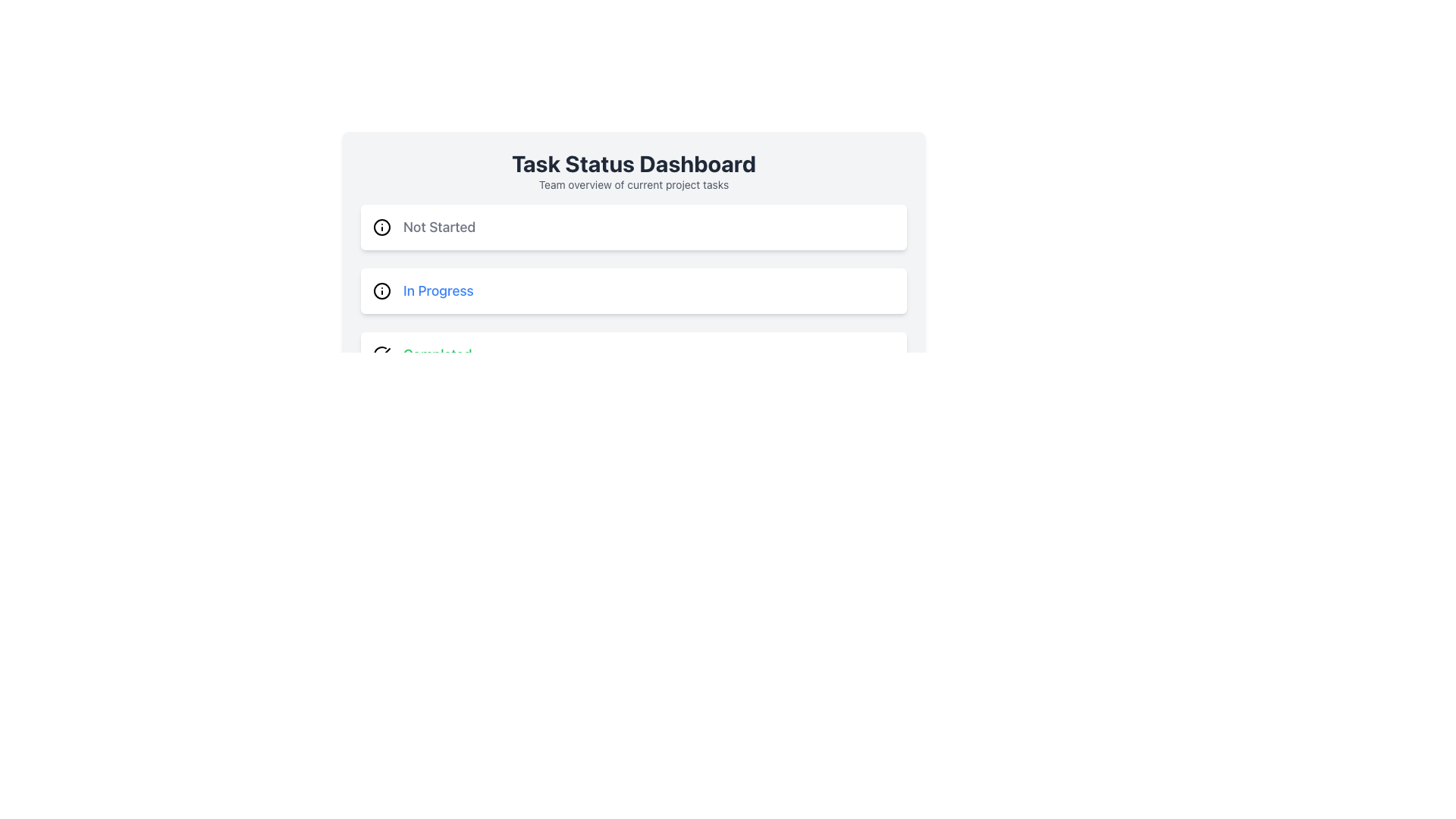  What do you see at coordinates (382, 482) in the screenshot?
I see `the SVG Circle element, which is part of a visual indicator or control located in the bottom portion of the application's layout` at bounding box center [382, 482].